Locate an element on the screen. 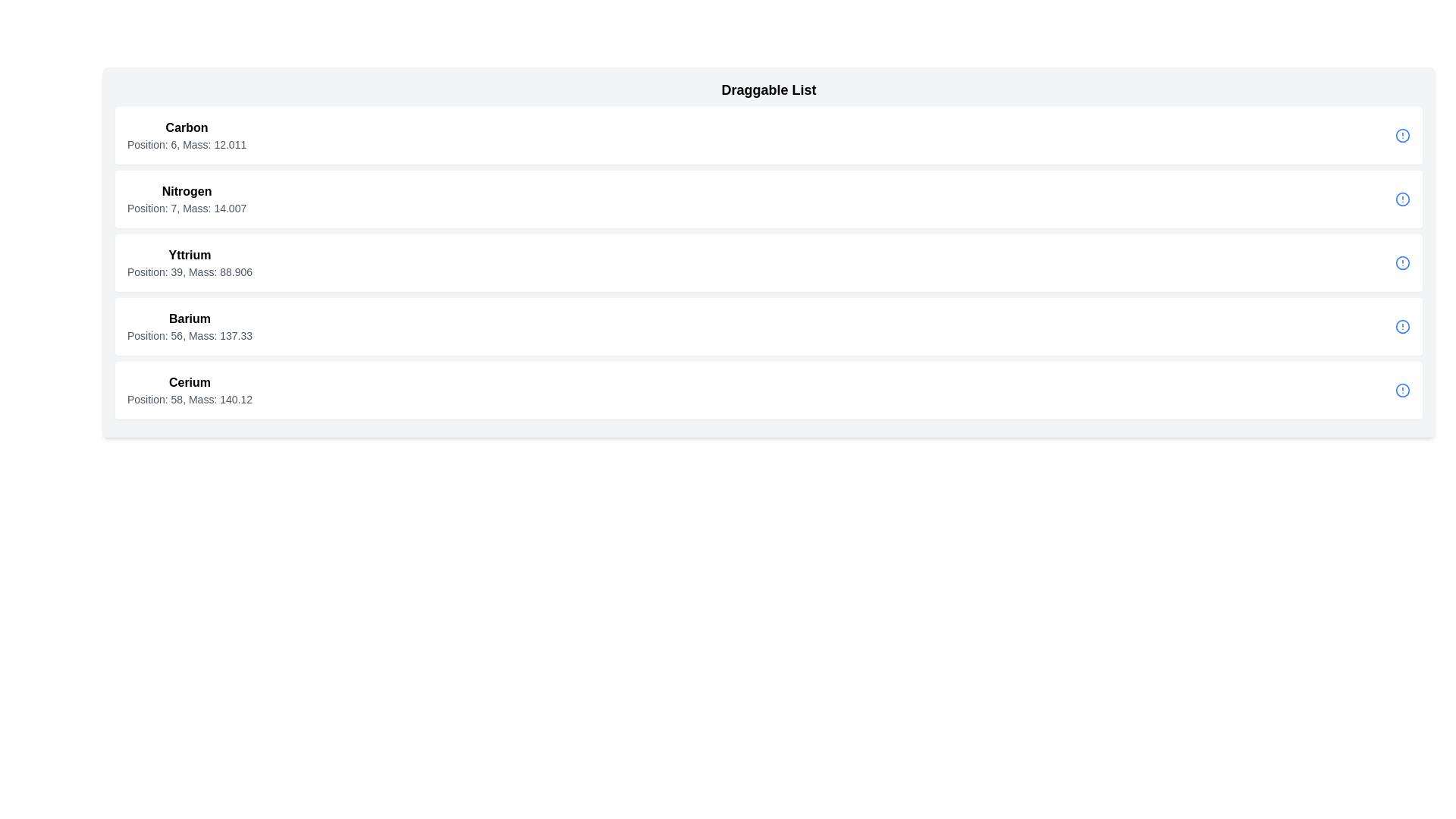  the fifth item in the 'Draggable List' is located at coordinates (768, 390).